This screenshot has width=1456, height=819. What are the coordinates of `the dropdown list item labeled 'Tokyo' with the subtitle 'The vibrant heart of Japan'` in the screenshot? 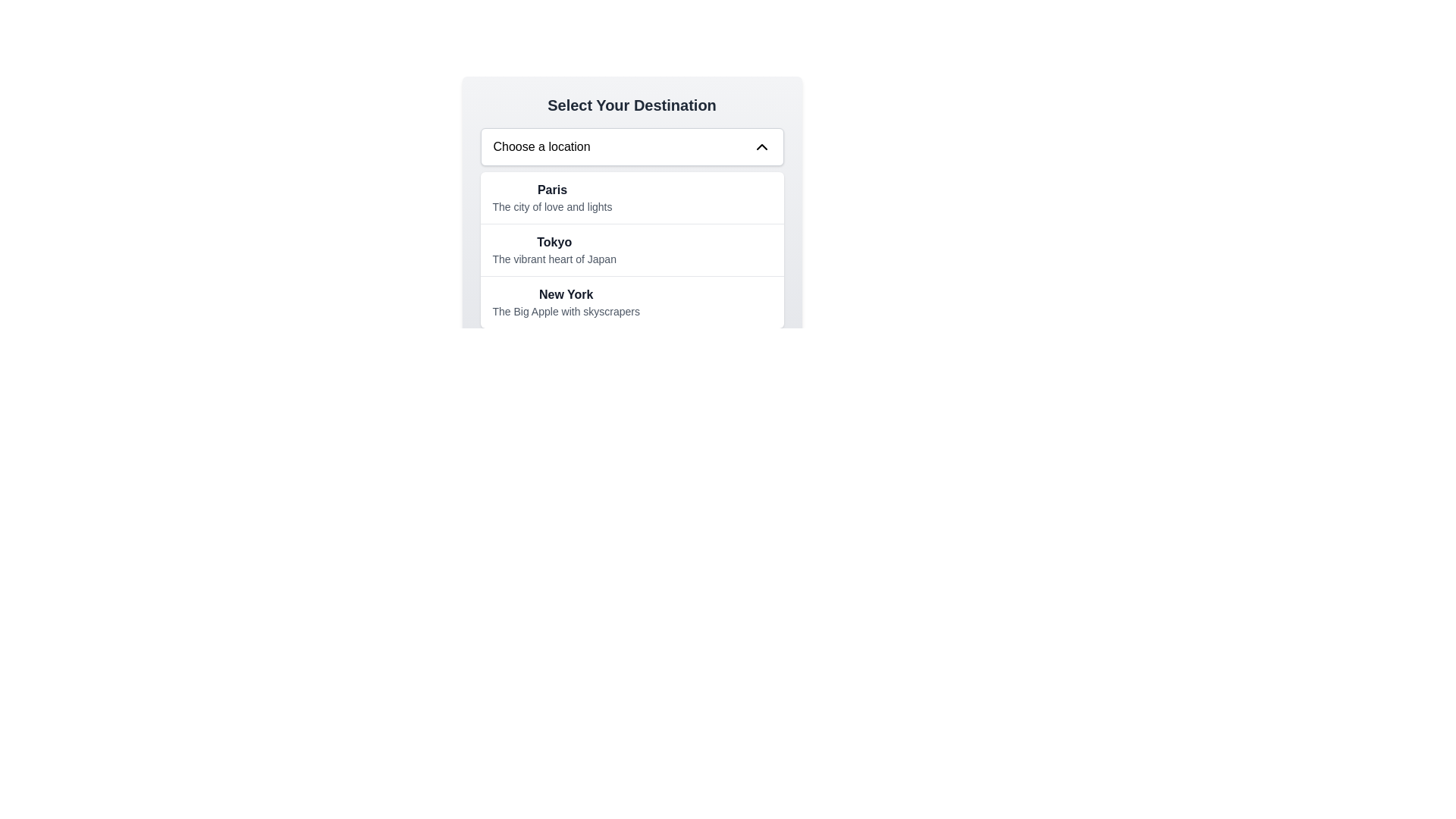 It's located at (632, 227).